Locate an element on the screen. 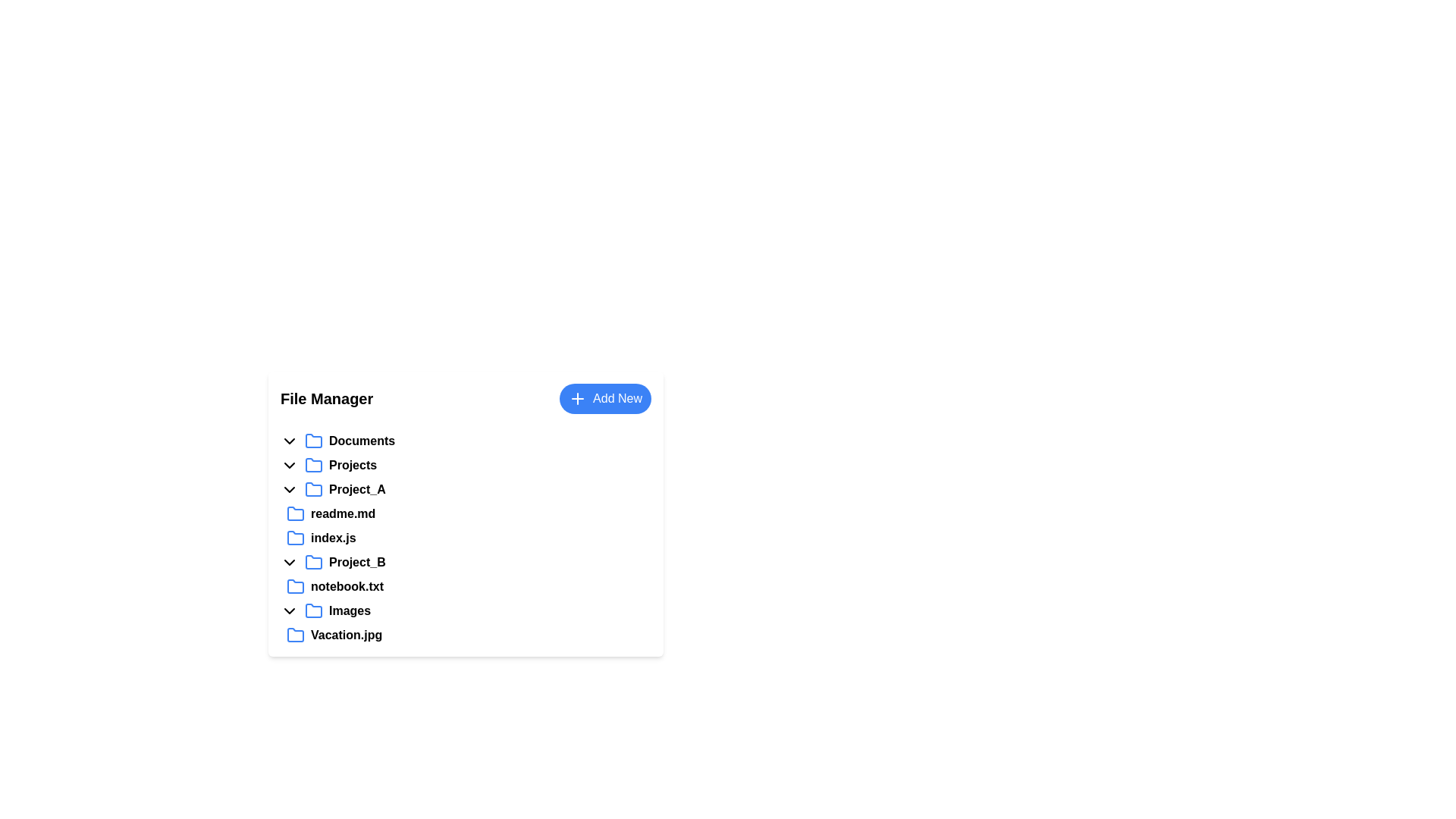  the downward arrow icon button located to the left of the 'Project_A' folder icon is located at coordinates (290, 489).